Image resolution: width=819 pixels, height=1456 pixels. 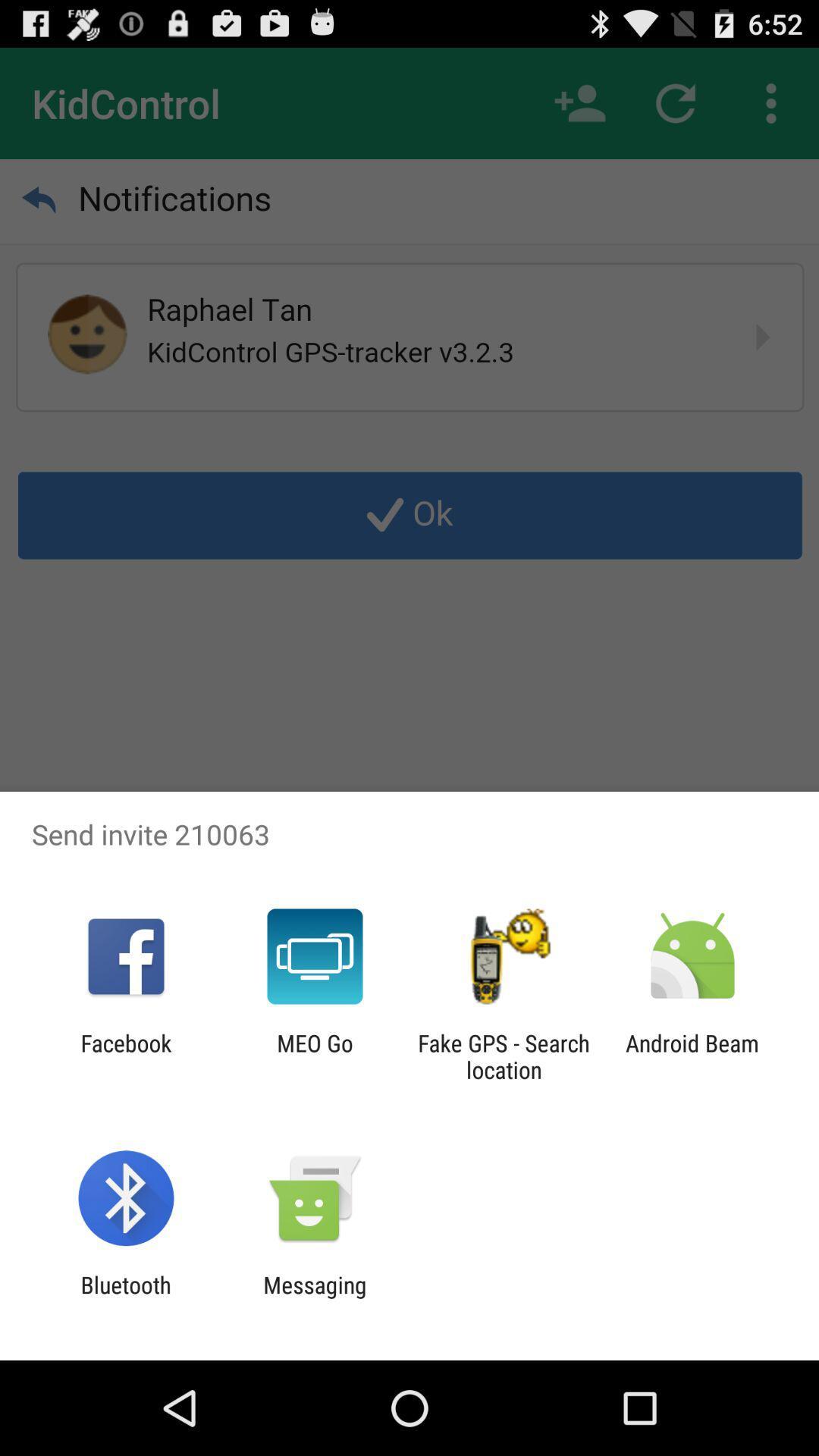 I want to click on the item to the left of the fake gps search item, so click(x=314, y=1056).